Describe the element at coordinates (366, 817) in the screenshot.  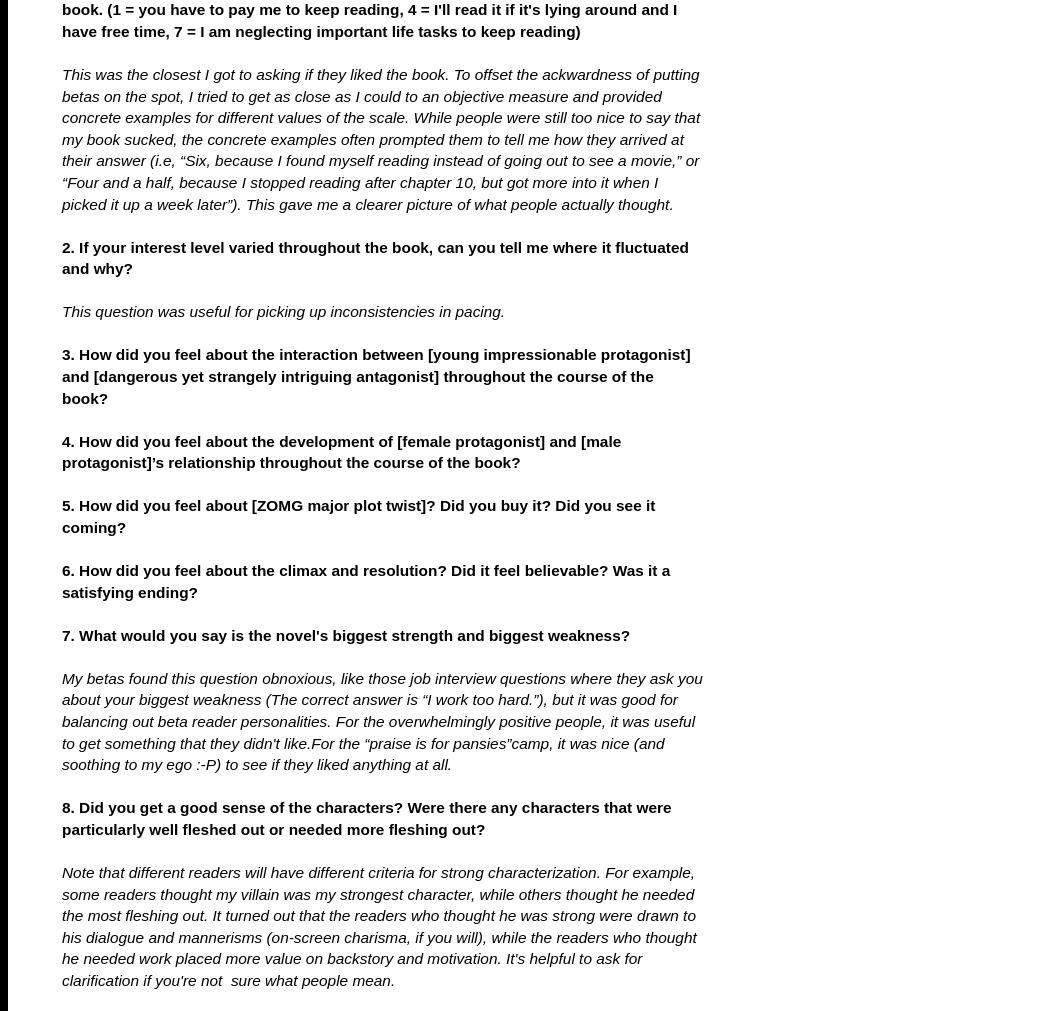
I see `'8.  Did you get a good sense of the characters?  Were there any characters that were particularly well fleshed out or needed more fleshing out?'` at that location.